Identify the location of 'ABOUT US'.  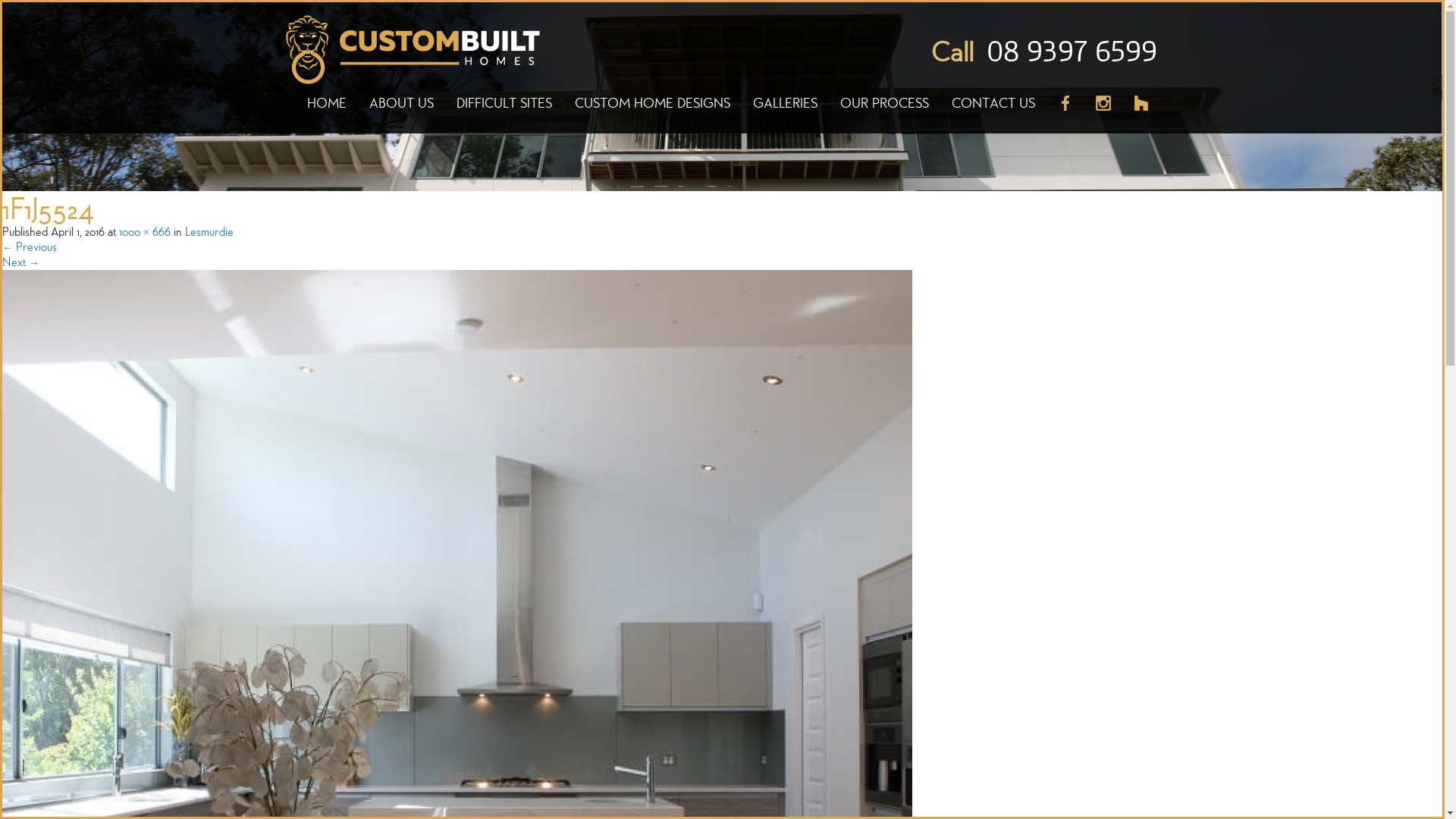
(356, 111).